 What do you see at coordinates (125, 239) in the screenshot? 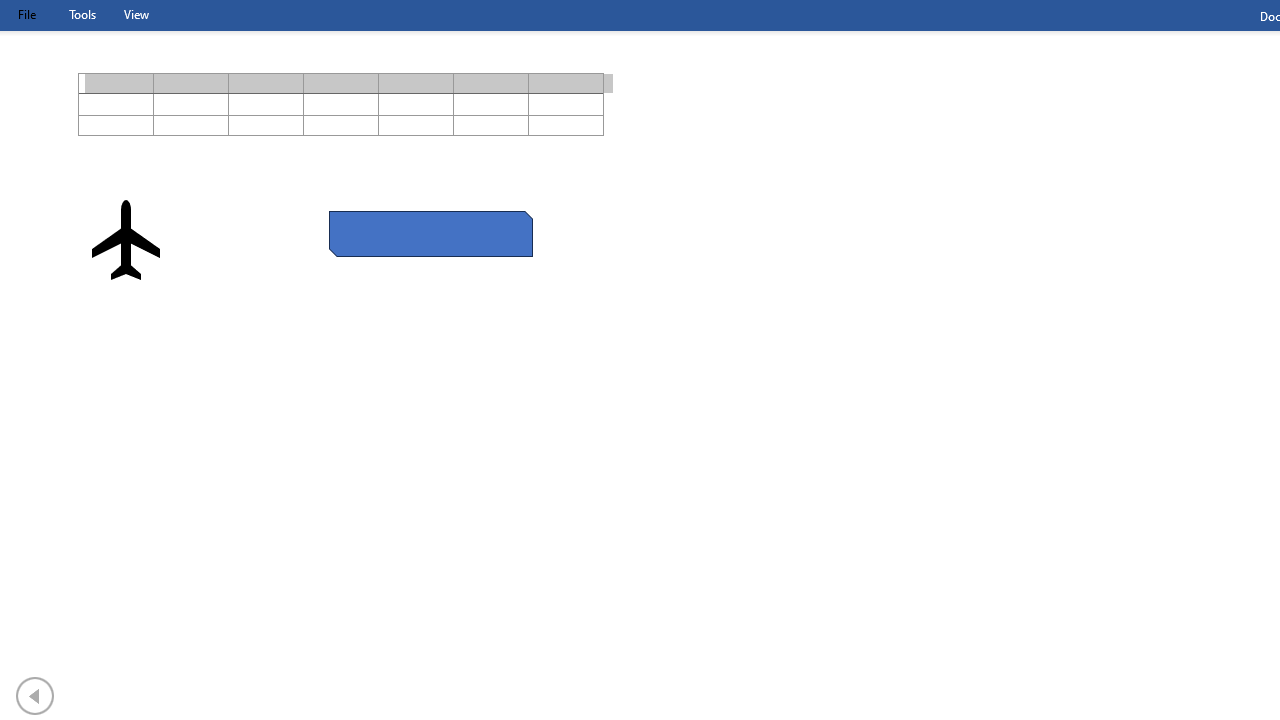
I see `'Airplane with solid fill'` at bounding box center [125, 239].